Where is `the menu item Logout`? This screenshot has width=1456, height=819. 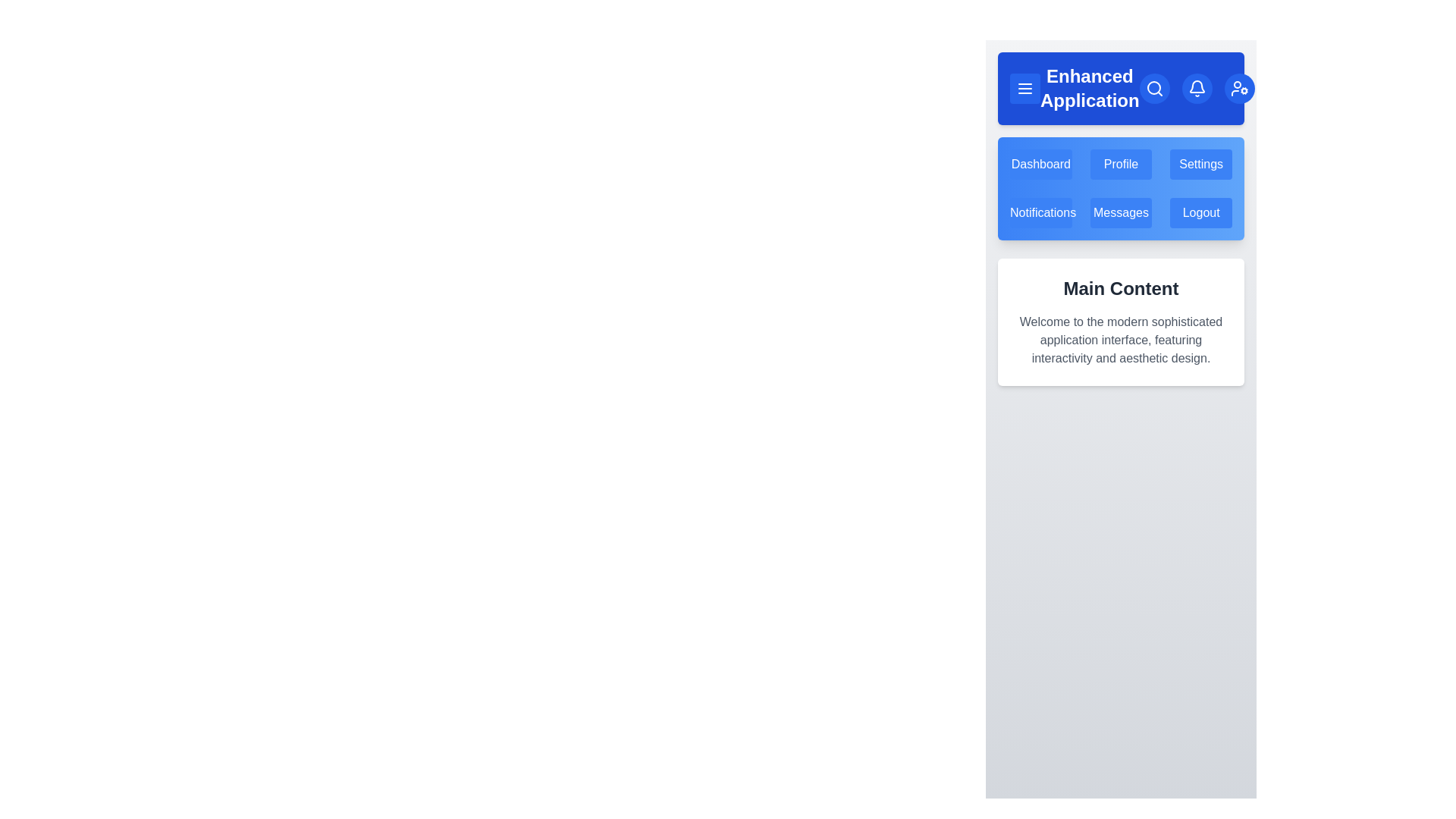 the menu item Logout is located at coordinates (1200, 213).